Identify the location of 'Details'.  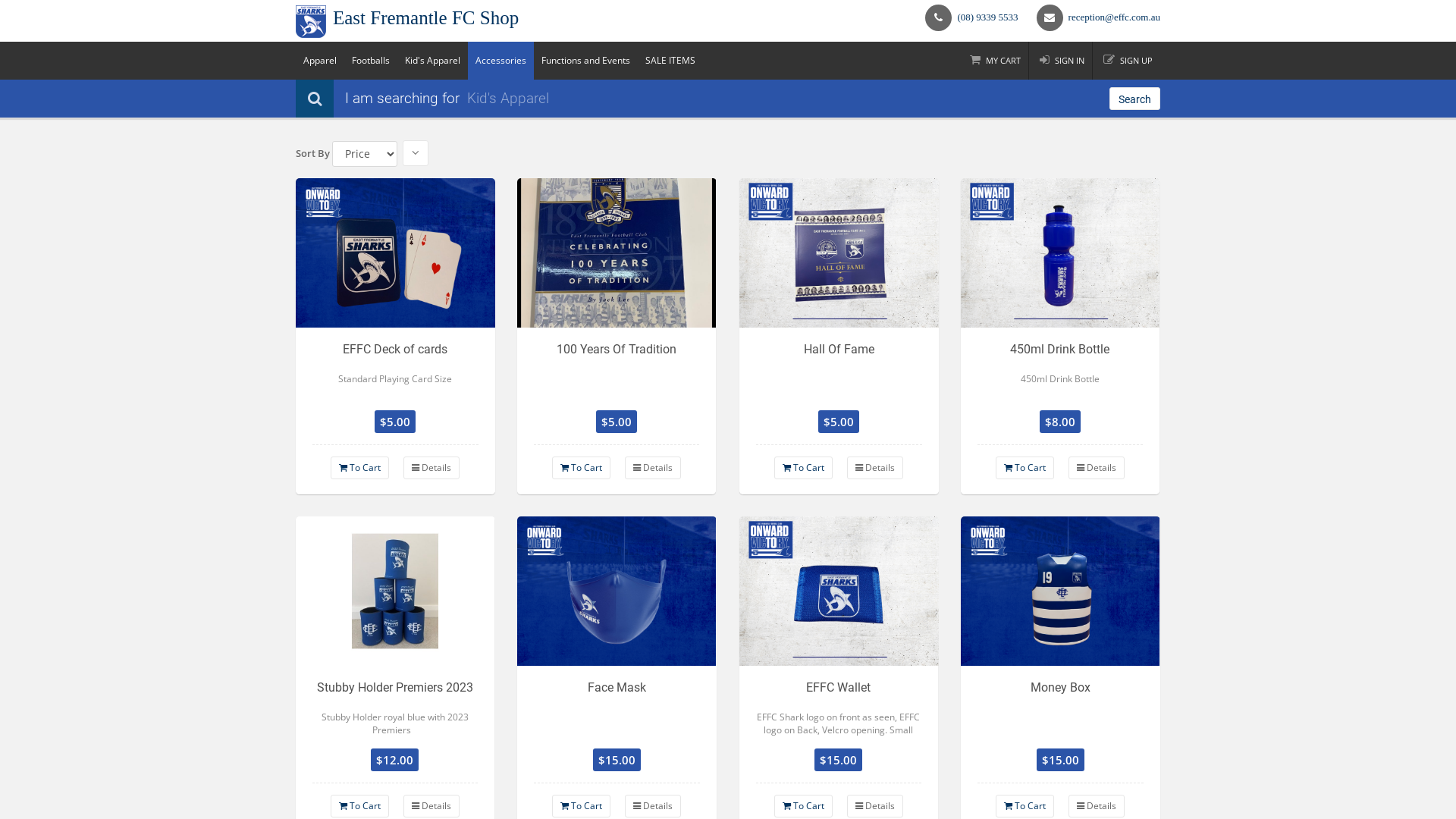
(652, 467).